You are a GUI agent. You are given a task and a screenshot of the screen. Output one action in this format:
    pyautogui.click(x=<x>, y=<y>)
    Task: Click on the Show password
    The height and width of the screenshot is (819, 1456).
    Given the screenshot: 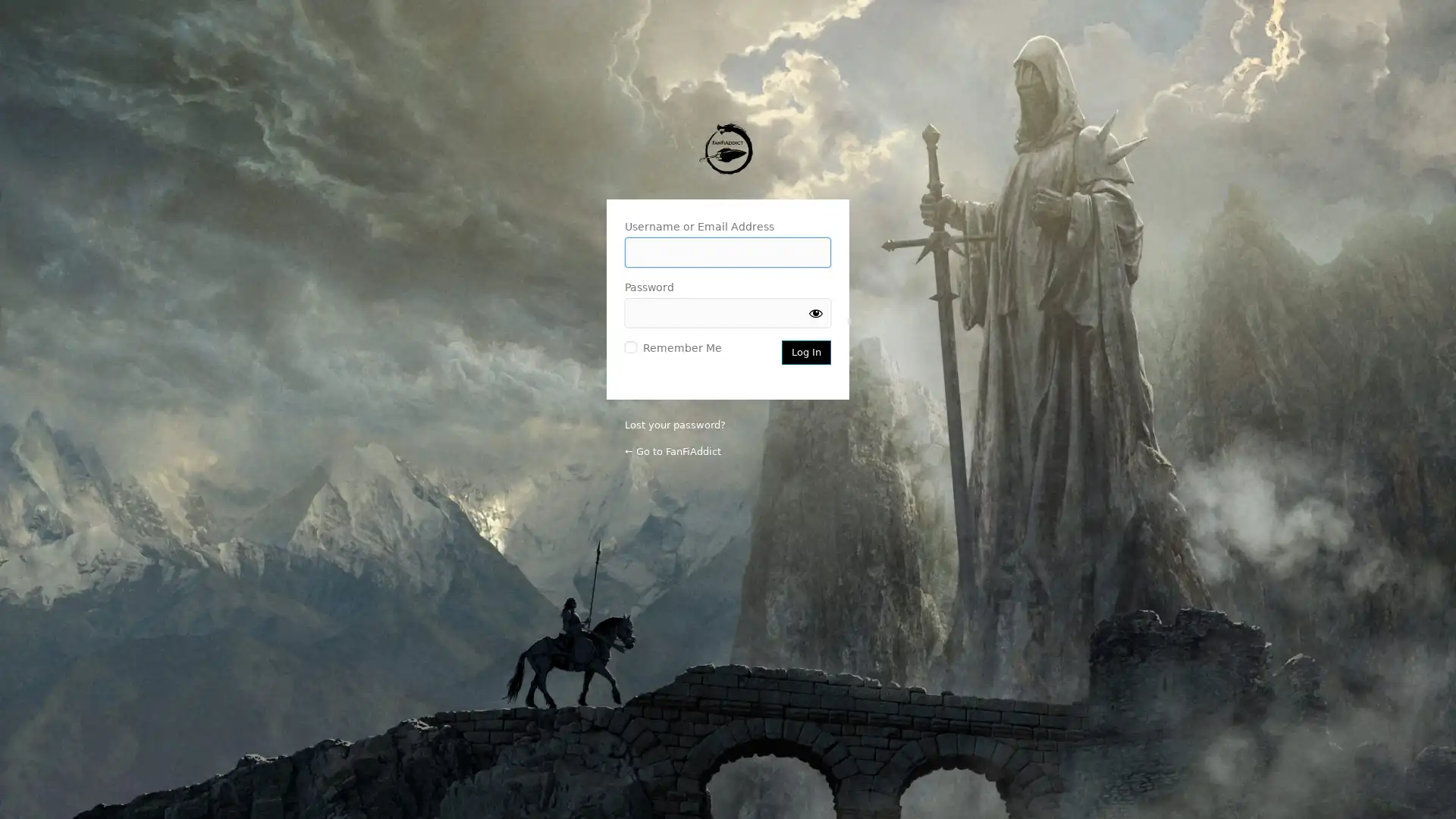 What is the action you would take?
    pyautogui.click(x=814, y=312)
    